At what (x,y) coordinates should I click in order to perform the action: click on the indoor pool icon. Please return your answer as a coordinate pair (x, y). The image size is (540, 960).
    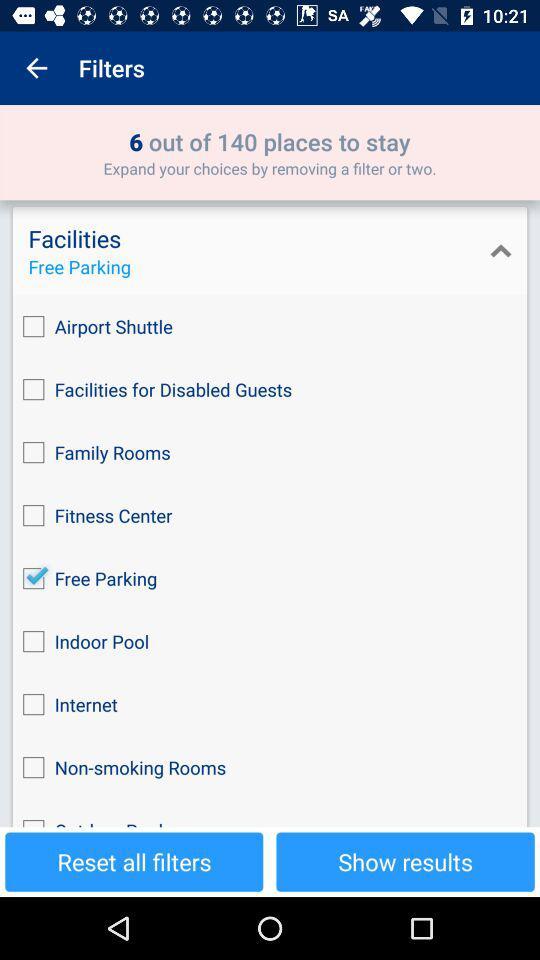
    Looking at the image, I should click on (270, 640).